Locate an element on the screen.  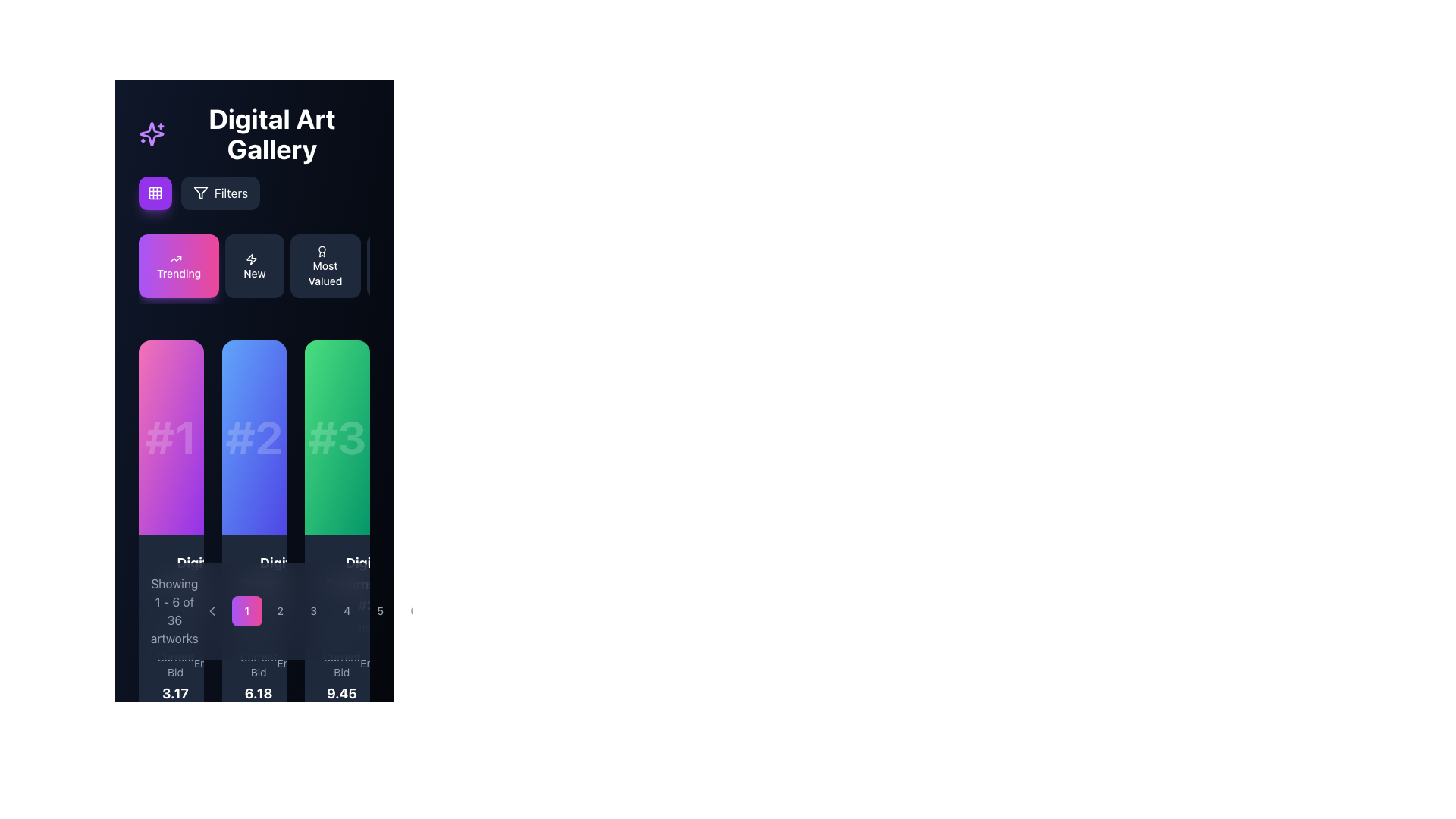
the text display element that shows the current highest bid for the auction item, positioned under the 'Current Bid' label and above the '6.18 ETH' value is located at coordinates (259, 687).